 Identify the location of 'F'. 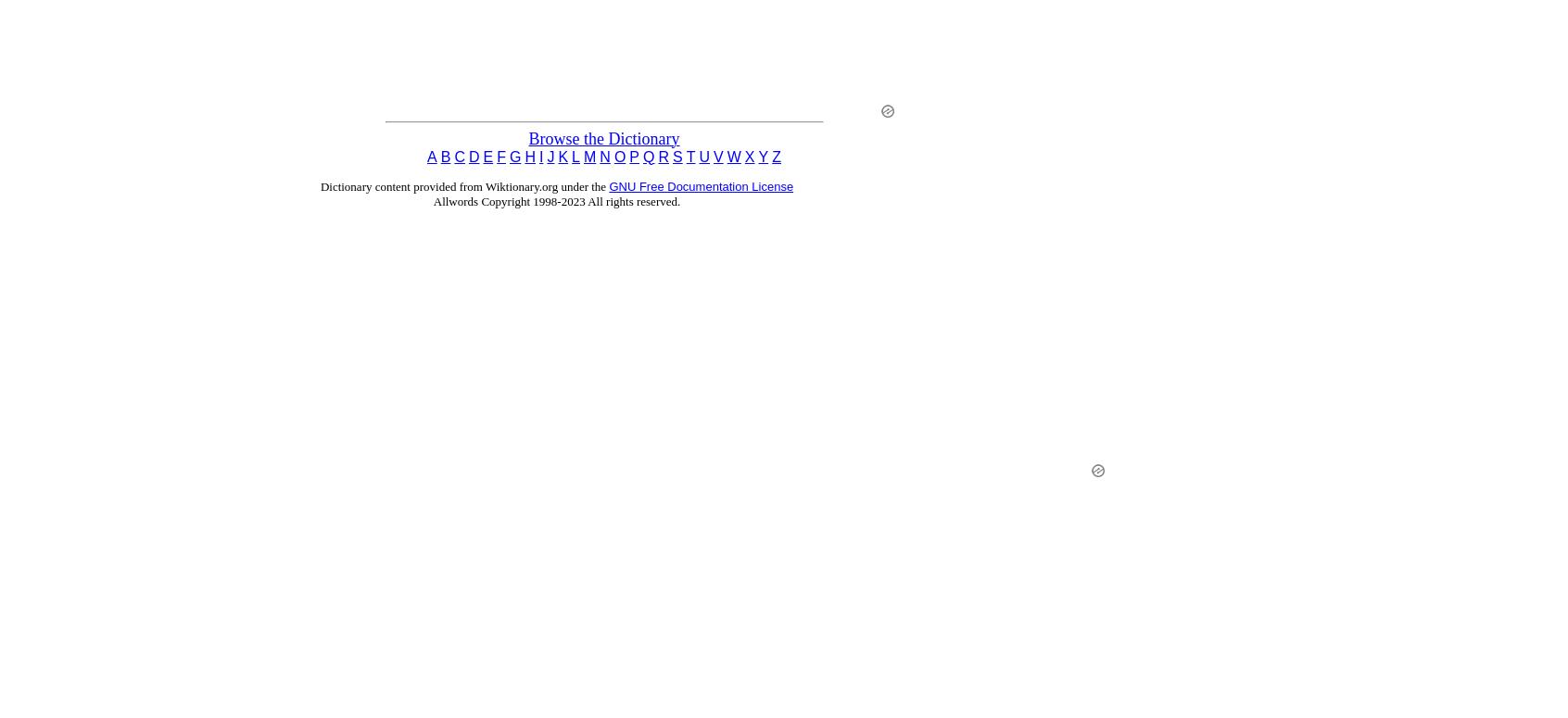
(500, 155).